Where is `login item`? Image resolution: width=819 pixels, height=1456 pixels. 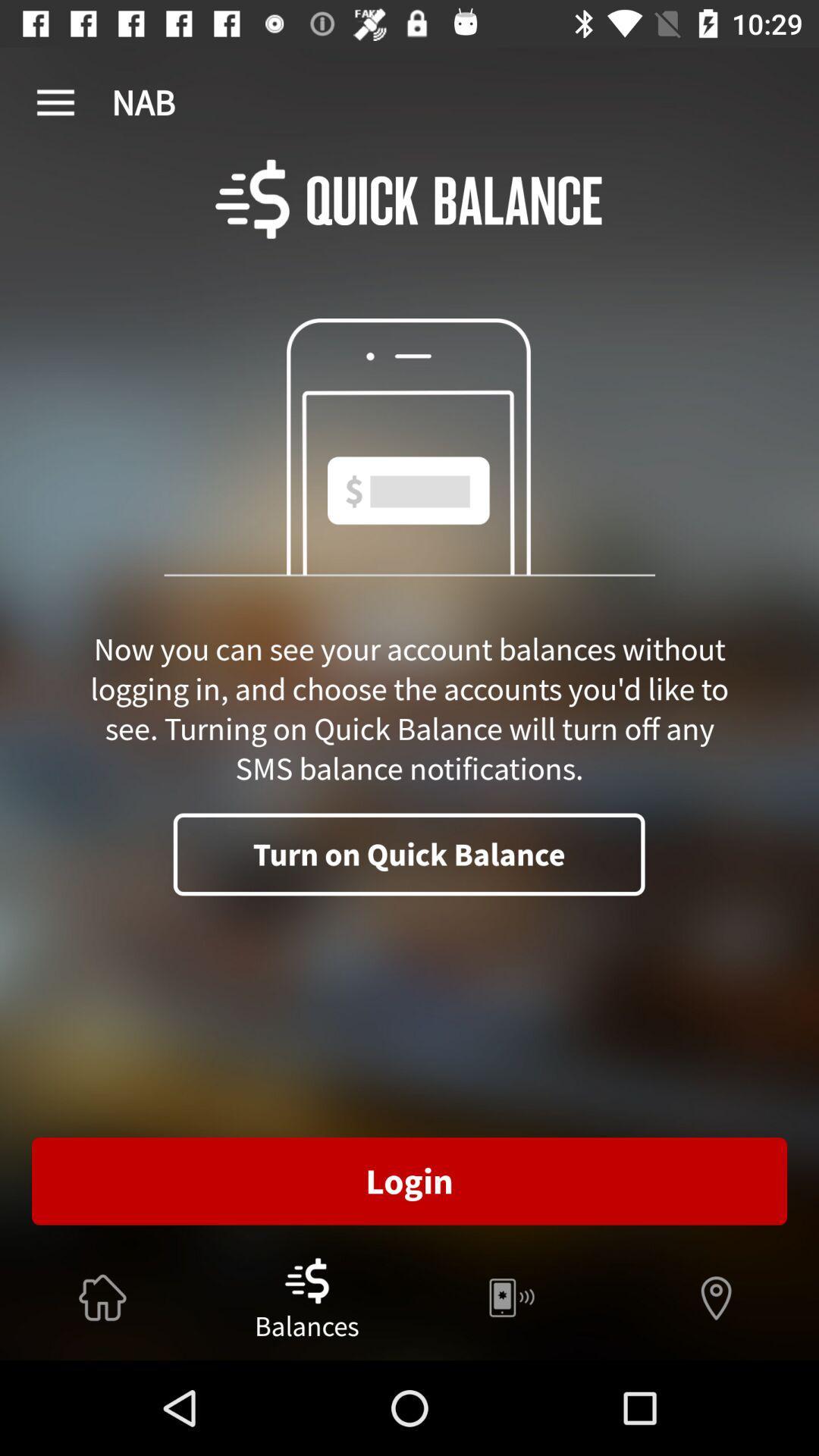 login item is located at coordinates (409, 1180).